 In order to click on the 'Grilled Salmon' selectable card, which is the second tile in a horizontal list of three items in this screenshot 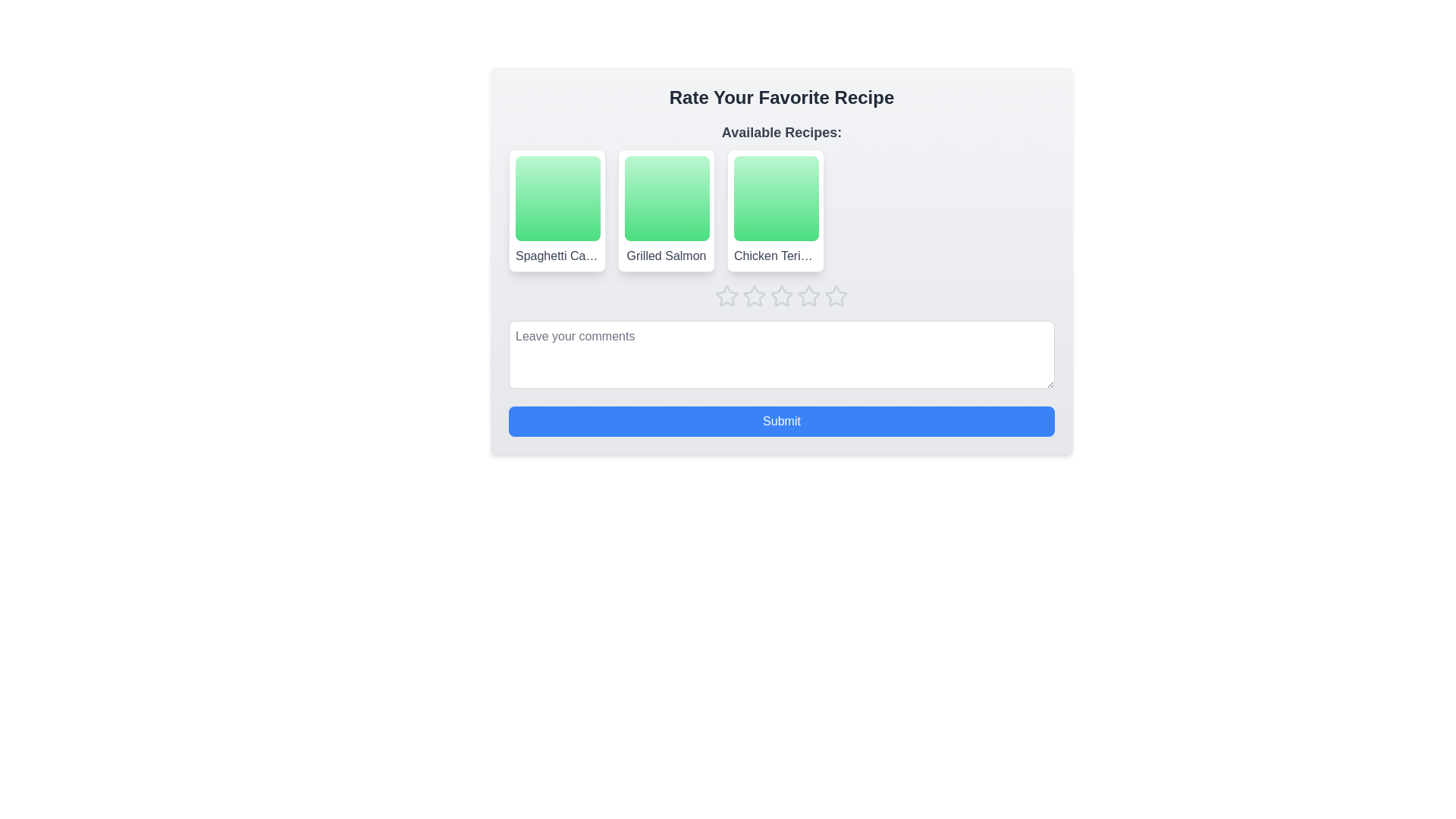, I will do `click(666, 210)`.